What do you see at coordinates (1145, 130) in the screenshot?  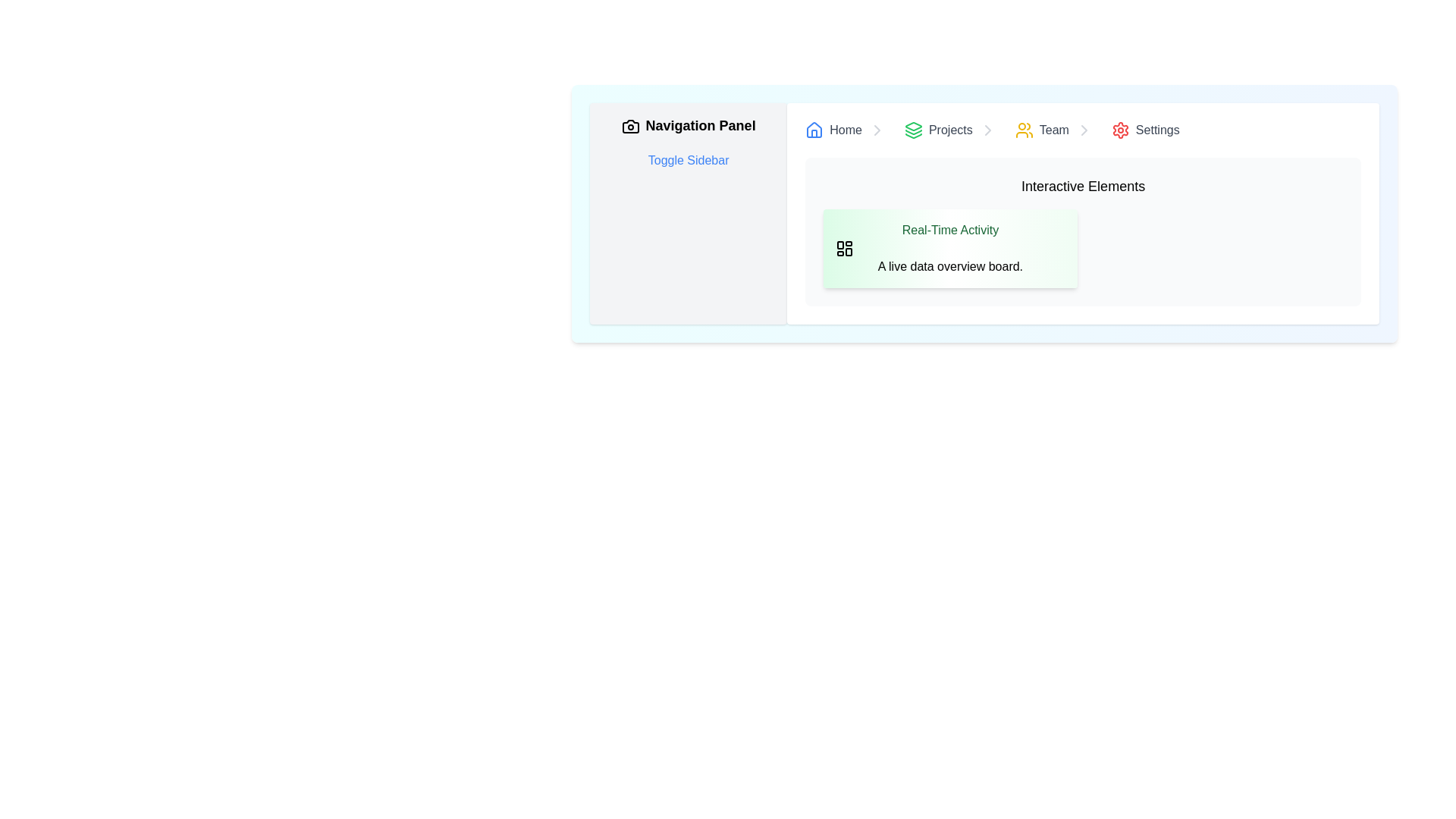 I see `the hyperlink element for the settings page, which is the fourth item in the horizontal breadcrumb navigation bar, to trigger hover effects` at bounding box center [1145, 130].